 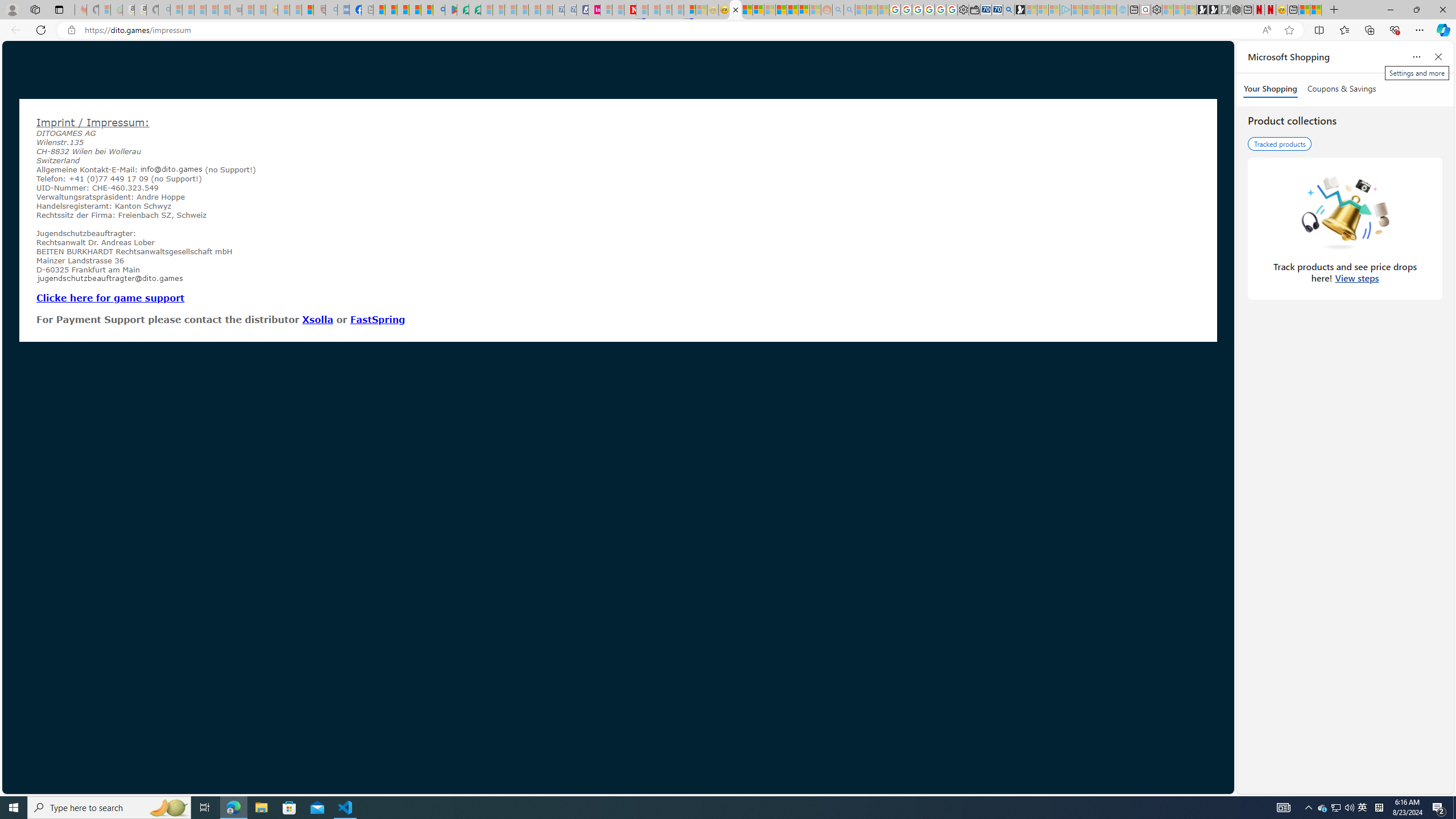 What do you see at coordinates (318, 9) in the screenshot?
I see `'Robert H. Shmerling, MD - Harvard Health - Sleeping'` at bounding box center [318, 9].